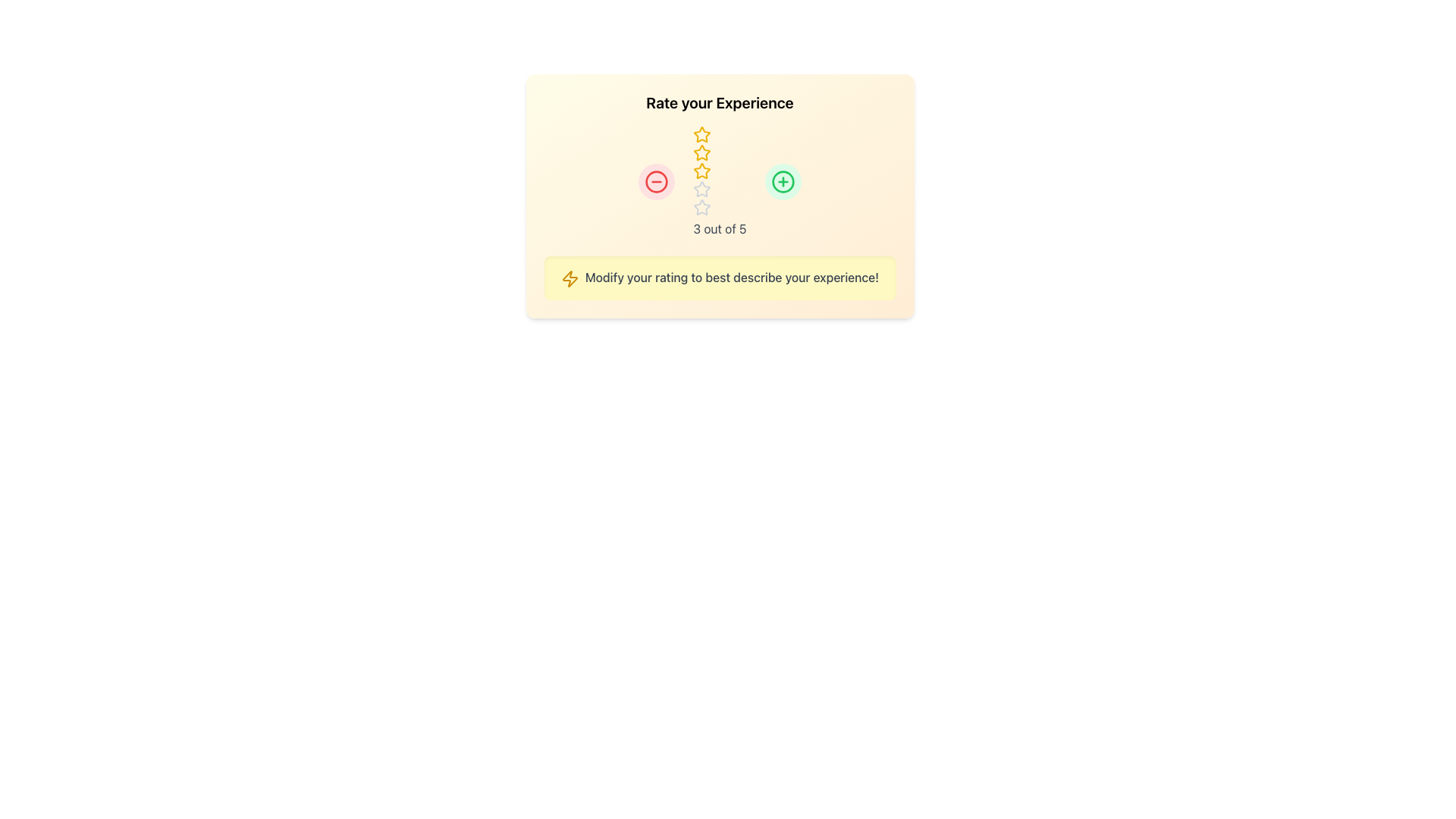 The width and height of the screenshot is (1456, 819). What do you see at coordinates (569, 278) in the screenshot?
I see `the lightning bolt icon located within the yellow highlight area at the bottom of the 'Rate your Experience' card, positioned directly to the left of the text block that reads 'Modify your rating to best describe your experience!'` at bounding box center [569, 278].